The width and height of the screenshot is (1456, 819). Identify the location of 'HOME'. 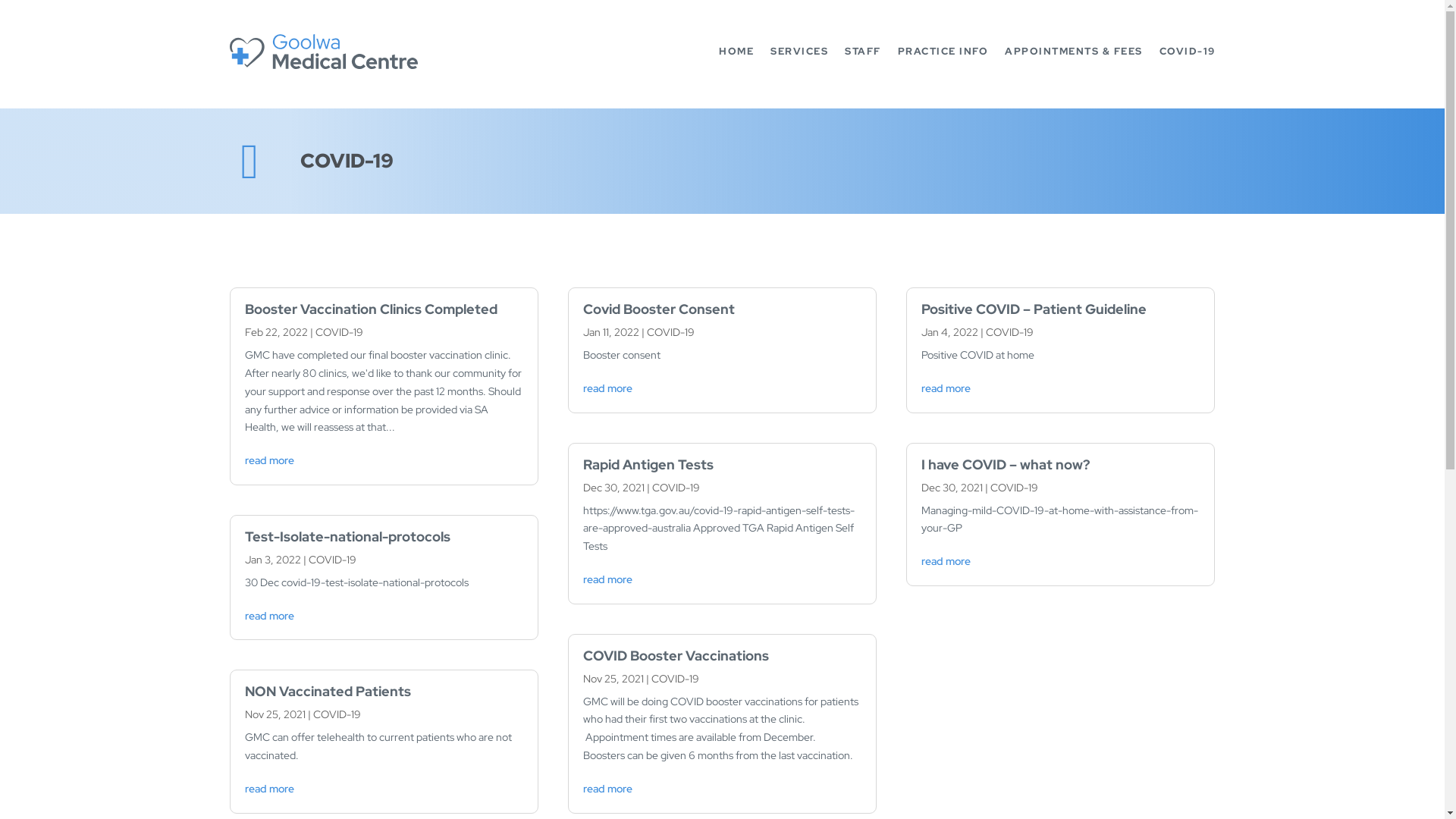
(736, 51).